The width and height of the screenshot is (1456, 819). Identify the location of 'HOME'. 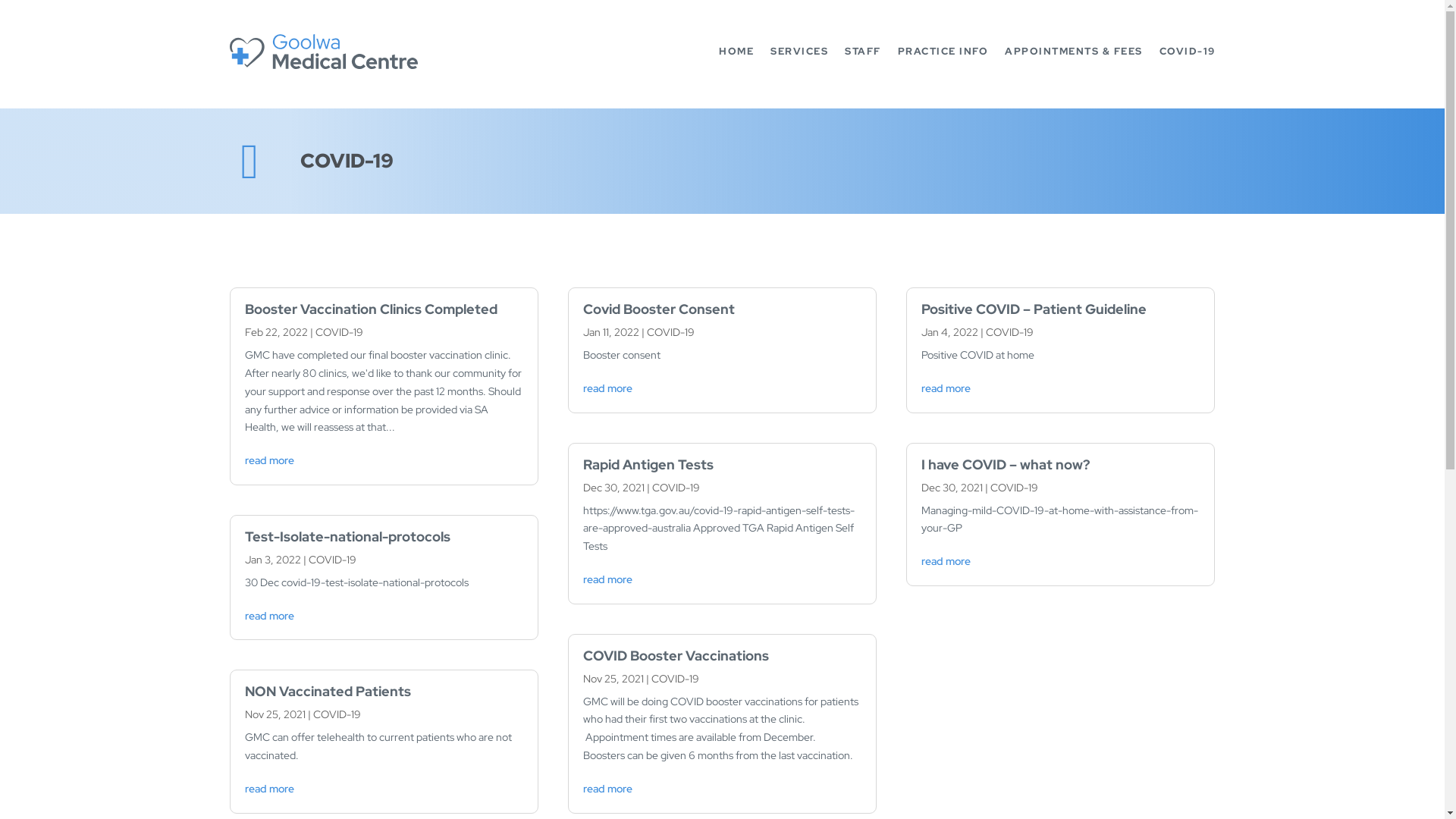
(736, 51).